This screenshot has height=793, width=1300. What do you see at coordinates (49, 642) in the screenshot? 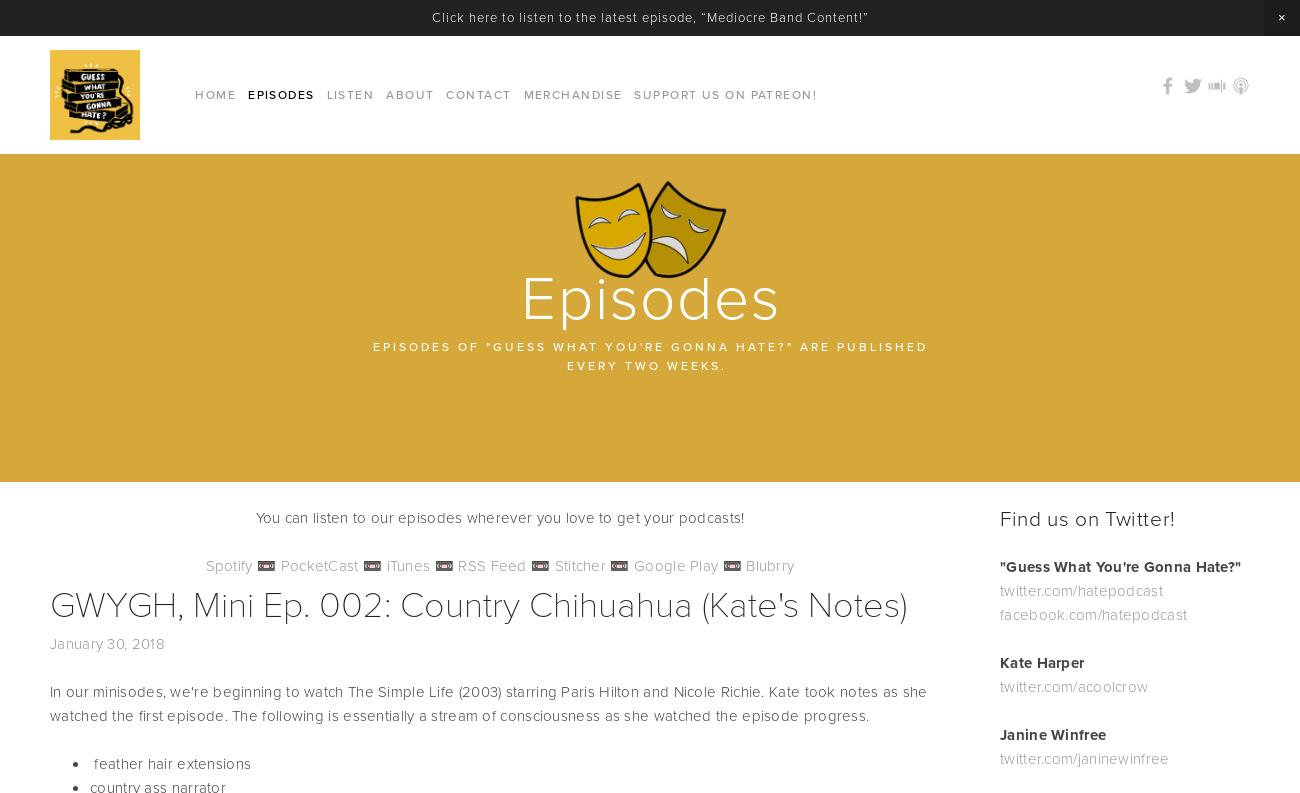
I see `'January 30, 2018'` at bounding box center [49, 642].